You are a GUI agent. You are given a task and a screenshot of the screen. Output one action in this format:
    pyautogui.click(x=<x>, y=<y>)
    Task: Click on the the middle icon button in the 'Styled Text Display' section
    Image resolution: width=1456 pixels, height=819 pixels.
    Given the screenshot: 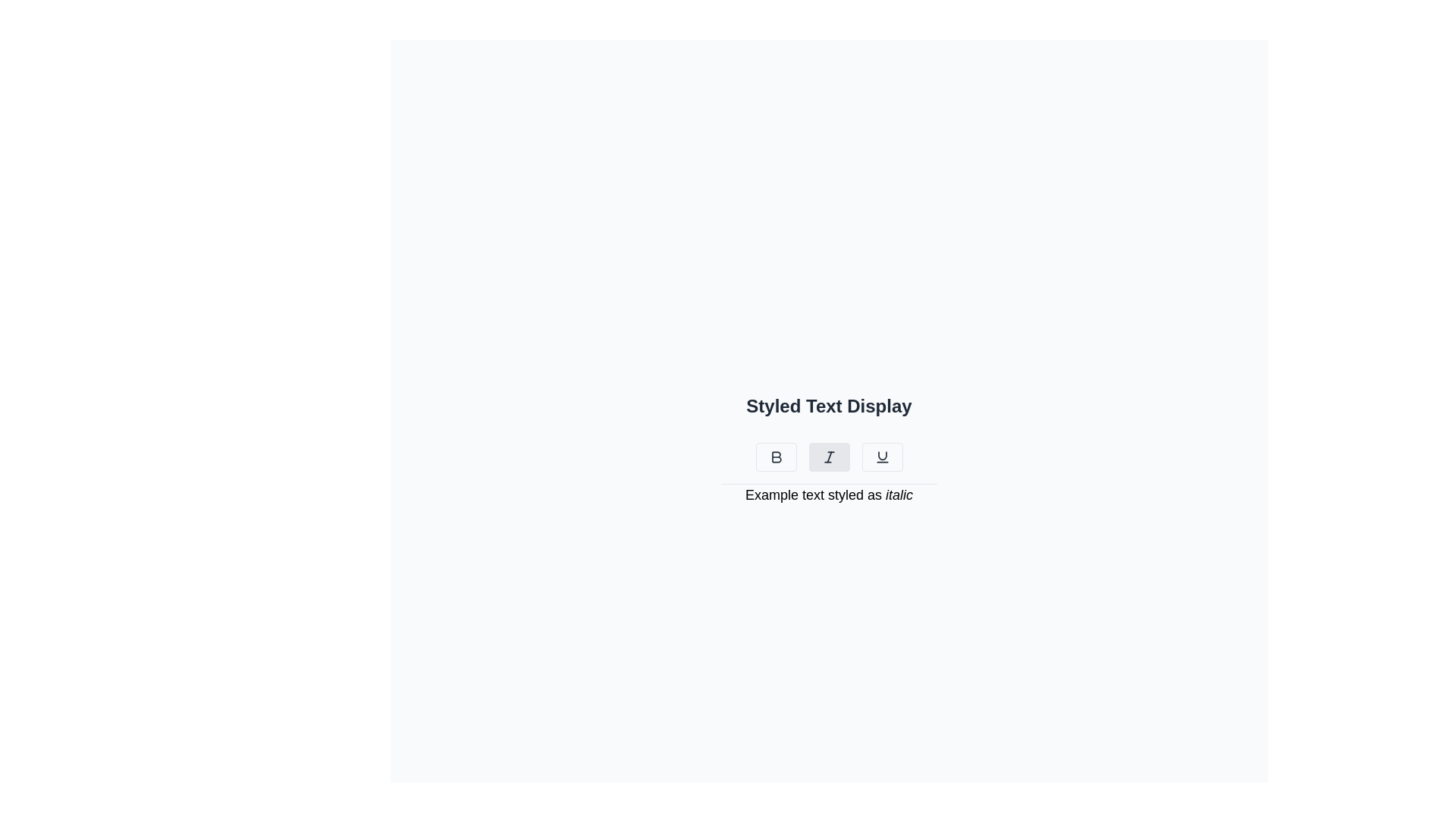 What is the action you would take?
    pyautogui.click(x=828, y=456)
    